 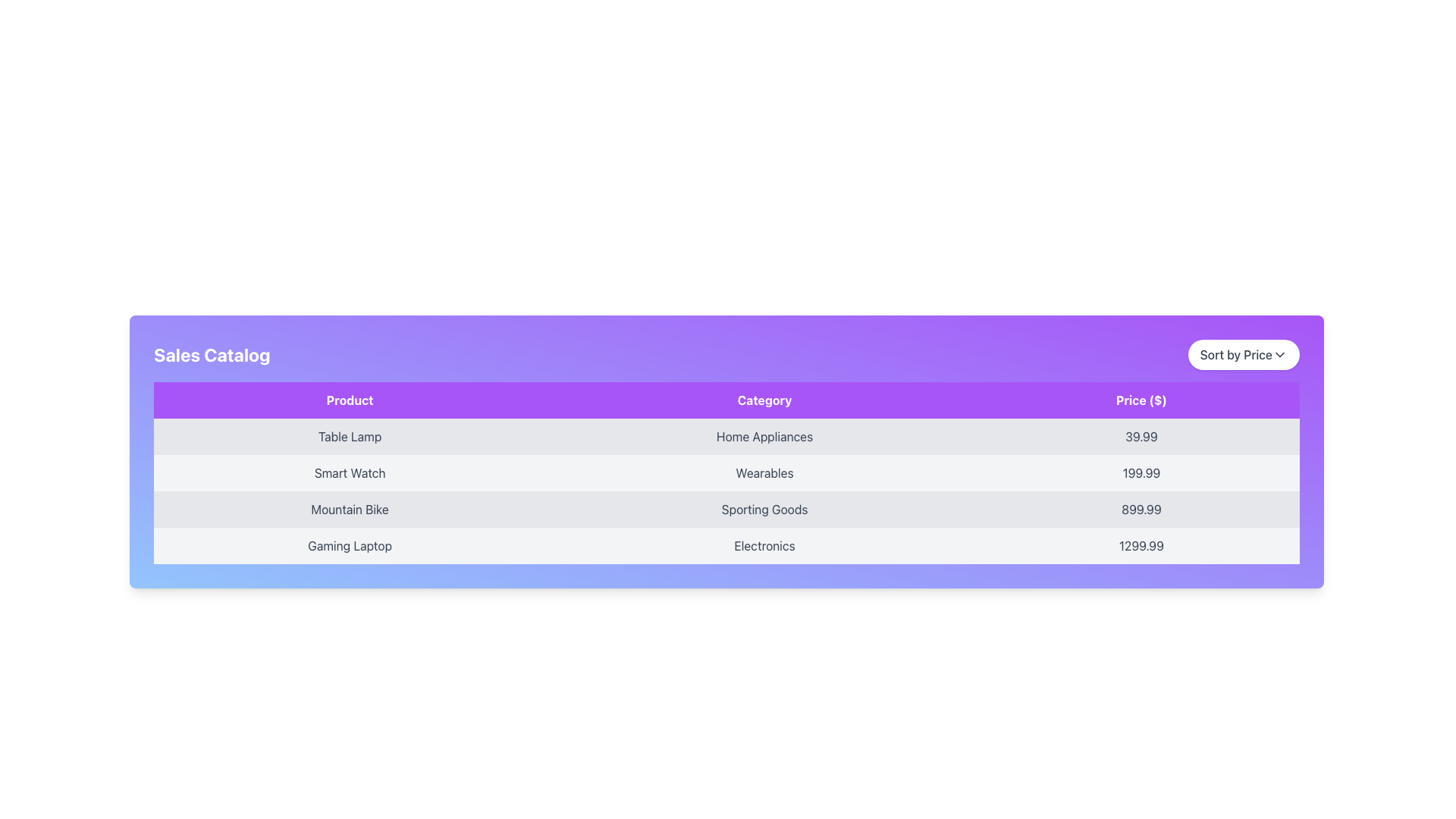 What do you see at coordinates (1141, 546) in the screenshot?
I see `numeric value displayed in the bold, centered text label showing '1299.99' in the 'Price ($)' column of the fourth row in the table` at bounding box center [1141, 546].